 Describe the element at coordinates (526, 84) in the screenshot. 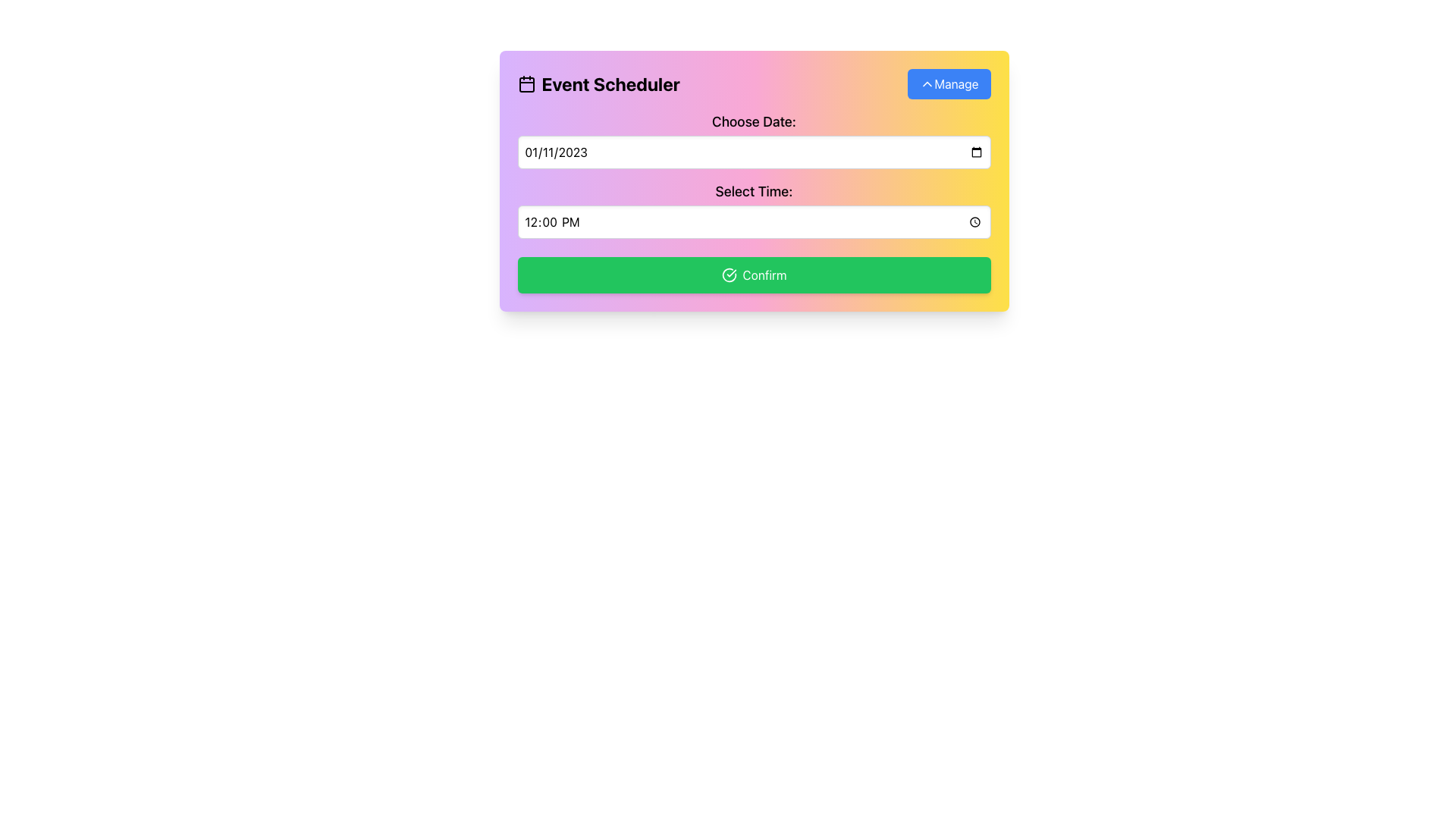

I see `the calendar icon located to the left of the 'Event Scheduler' text in the header section of the application interface` at that location.